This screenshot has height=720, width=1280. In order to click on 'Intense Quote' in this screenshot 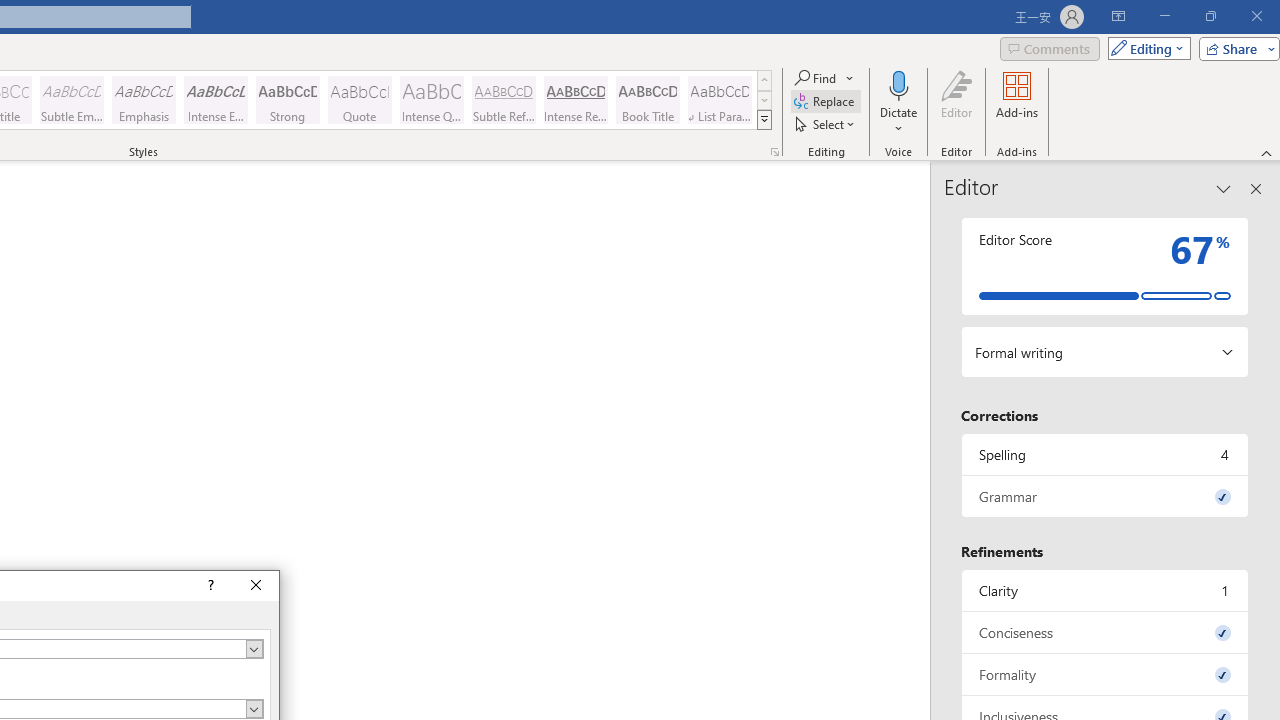, I will do `click(431, 100)`.